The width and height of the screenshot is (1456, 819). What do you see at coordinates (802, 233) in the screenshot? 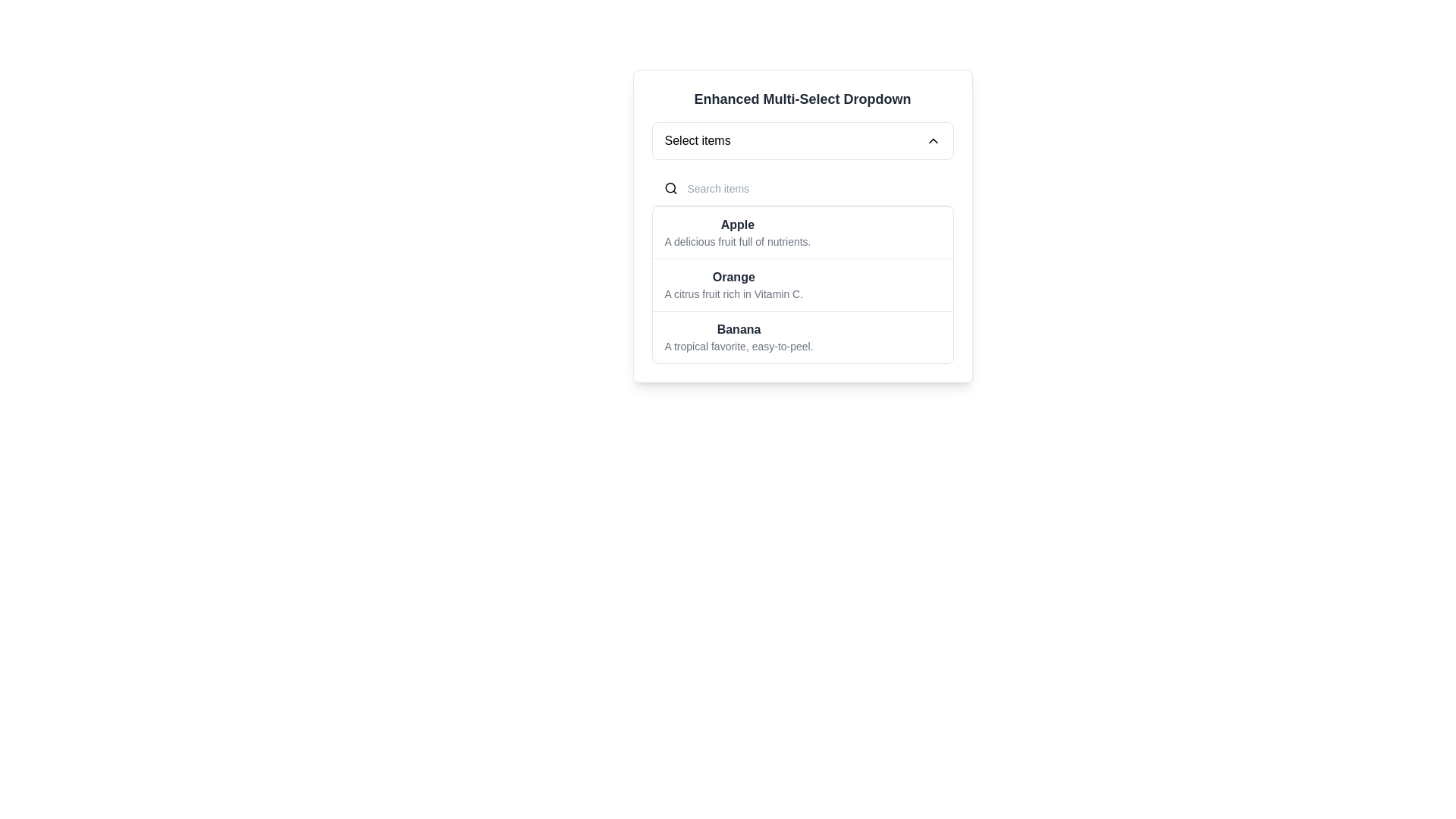
I see `the first list item titled 'Apple' in the dropdown interface` at bounding box center [802, 233].